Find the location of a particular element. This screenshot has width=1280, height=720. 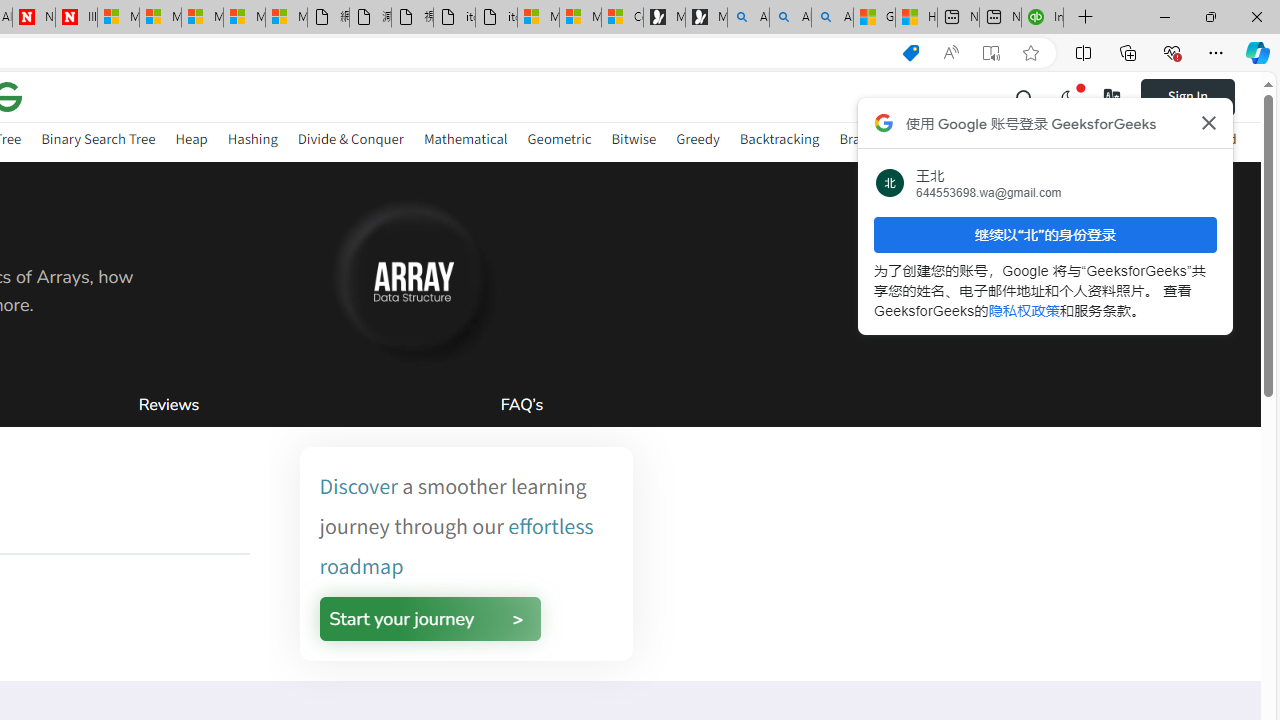

'Greedy' is located at coordinates (697, 138).